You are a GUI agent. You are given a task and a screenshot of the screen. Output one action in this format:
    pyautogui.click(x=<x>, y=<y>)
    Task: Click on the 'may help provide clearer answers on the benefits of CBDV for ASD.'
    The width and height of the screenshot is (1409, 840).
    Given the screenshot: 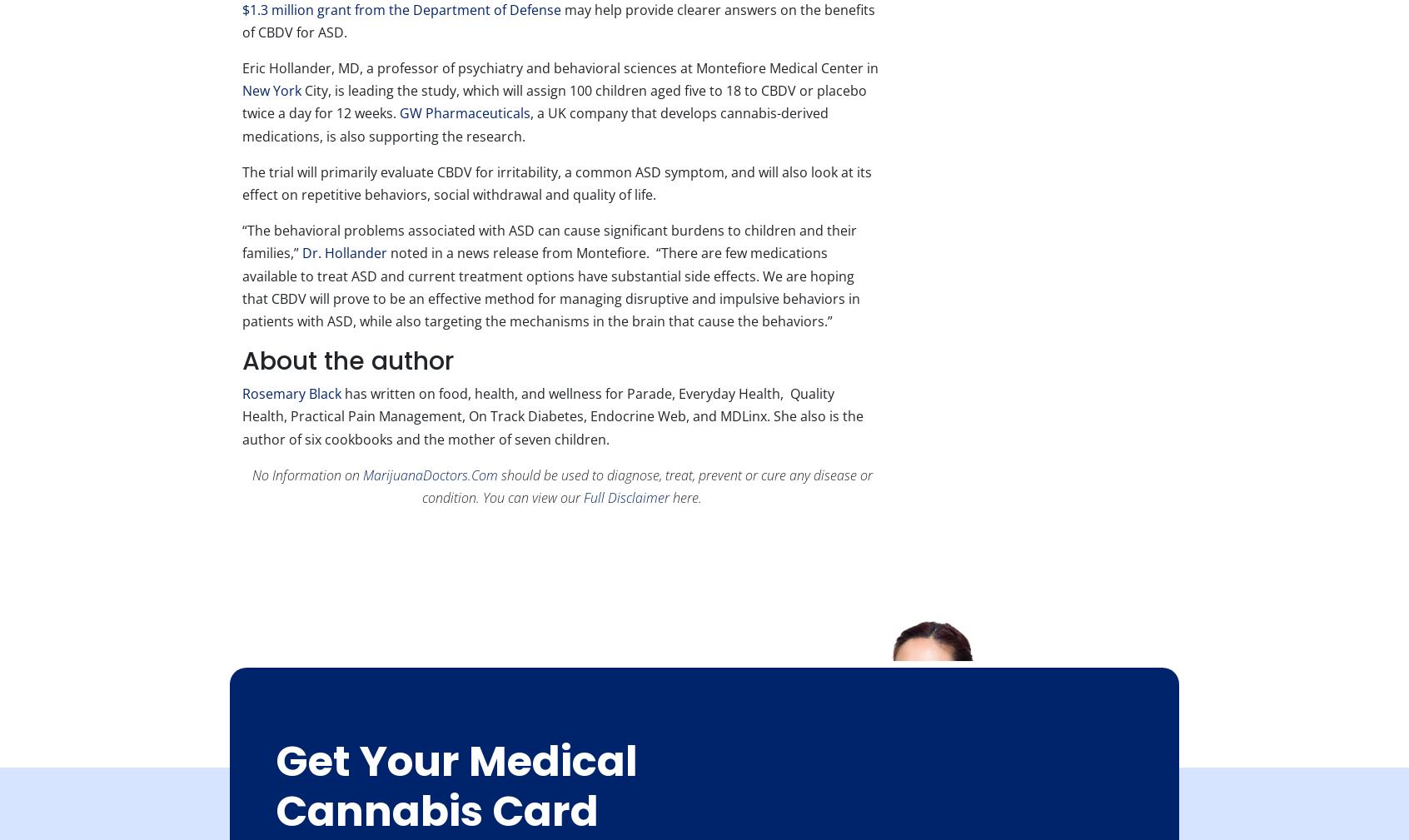 What is the action you would take?
    pyautogui.click(x=559, y=19)
    